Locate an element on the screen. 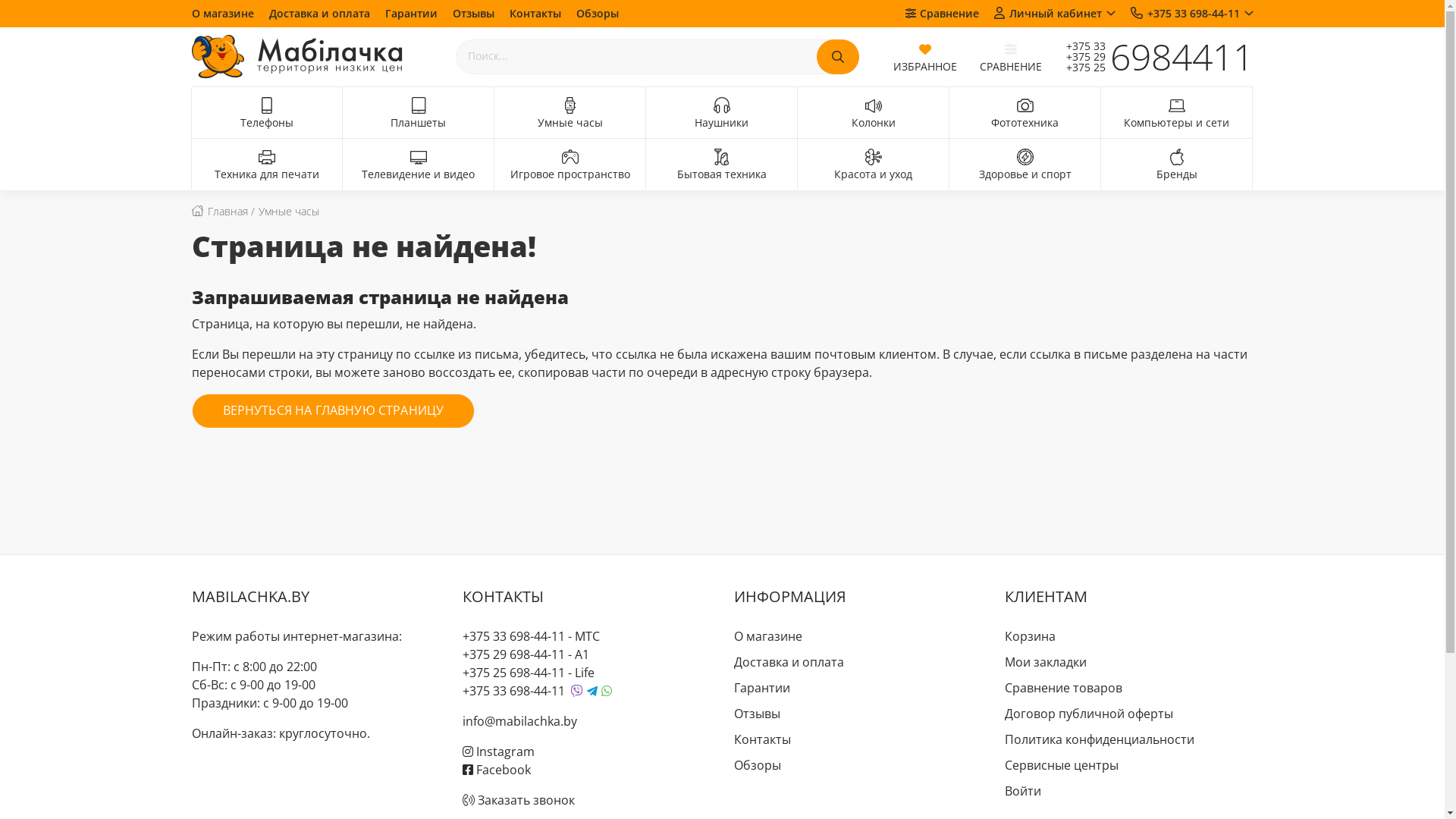 The width and height of the screenshot is (1456, 819). '+375 33 698-44-11' is located at coordinates (513, 636).